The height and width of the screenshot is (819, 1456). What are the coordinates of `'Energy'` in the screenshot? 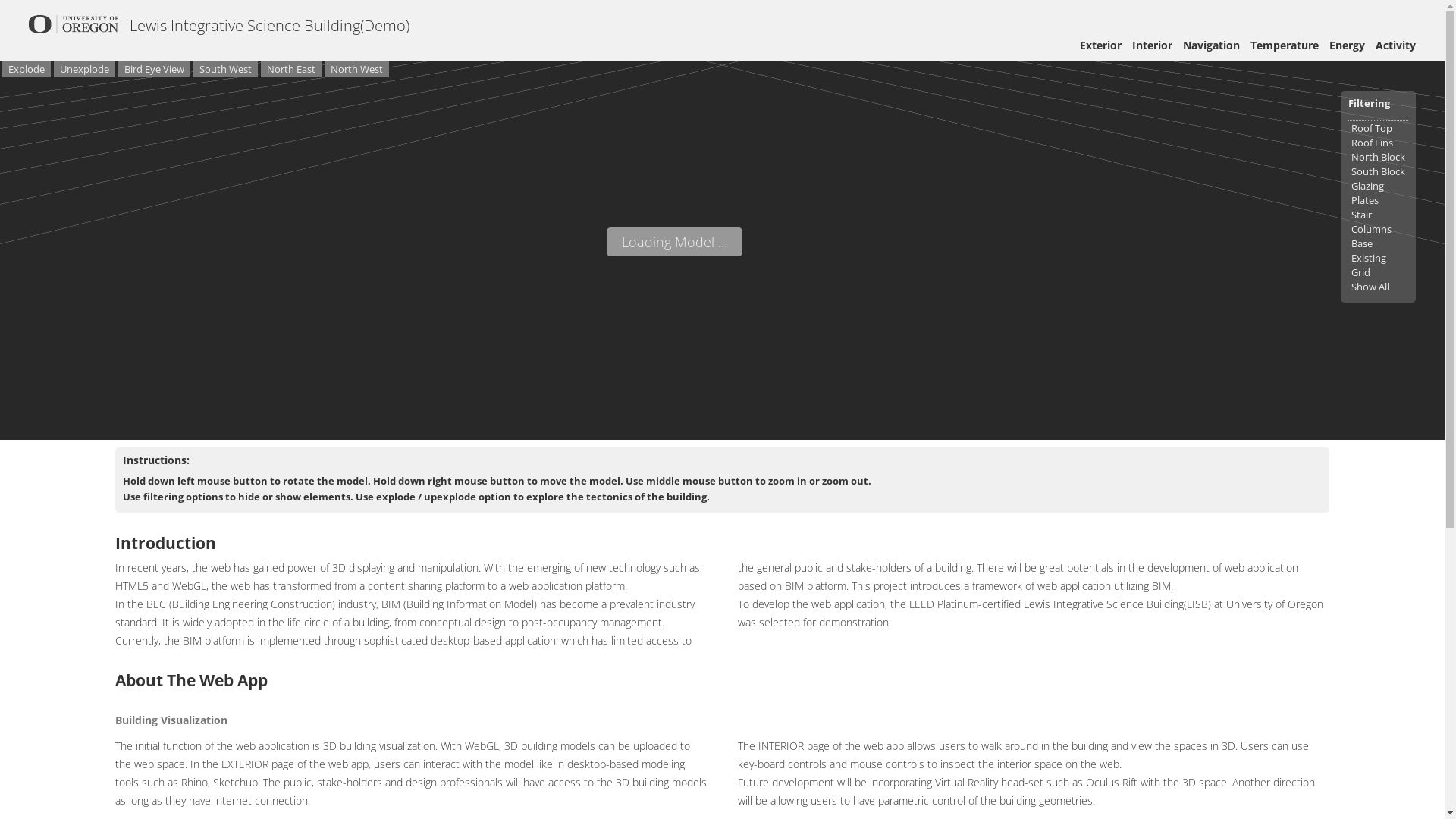 It's located at (1347, 44).